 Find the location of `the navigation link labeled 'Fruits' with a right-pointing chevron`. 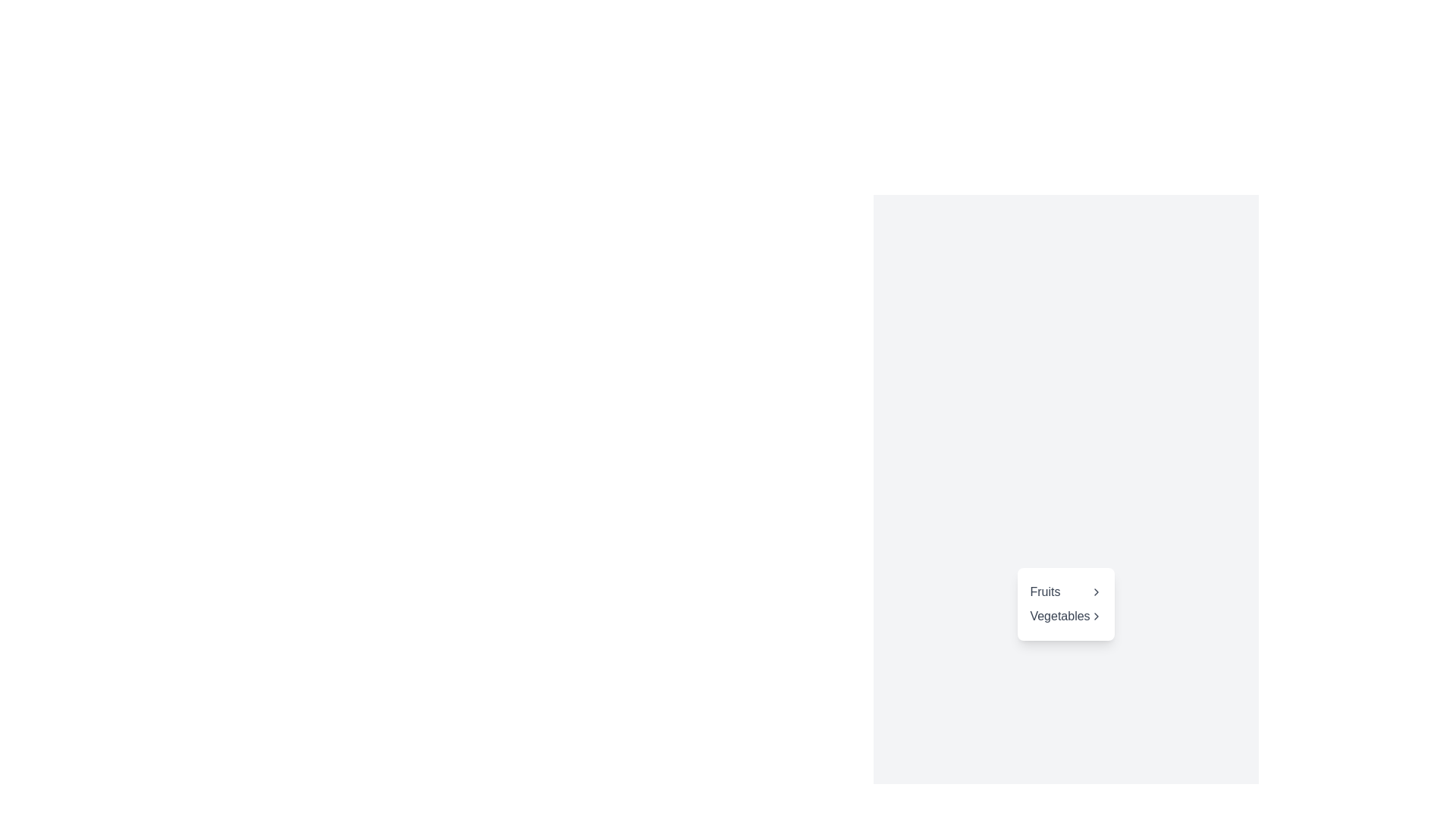

the navigation link labeled 'Fruits' with a right-pointing chevron is located at coordinates (1065, 591).